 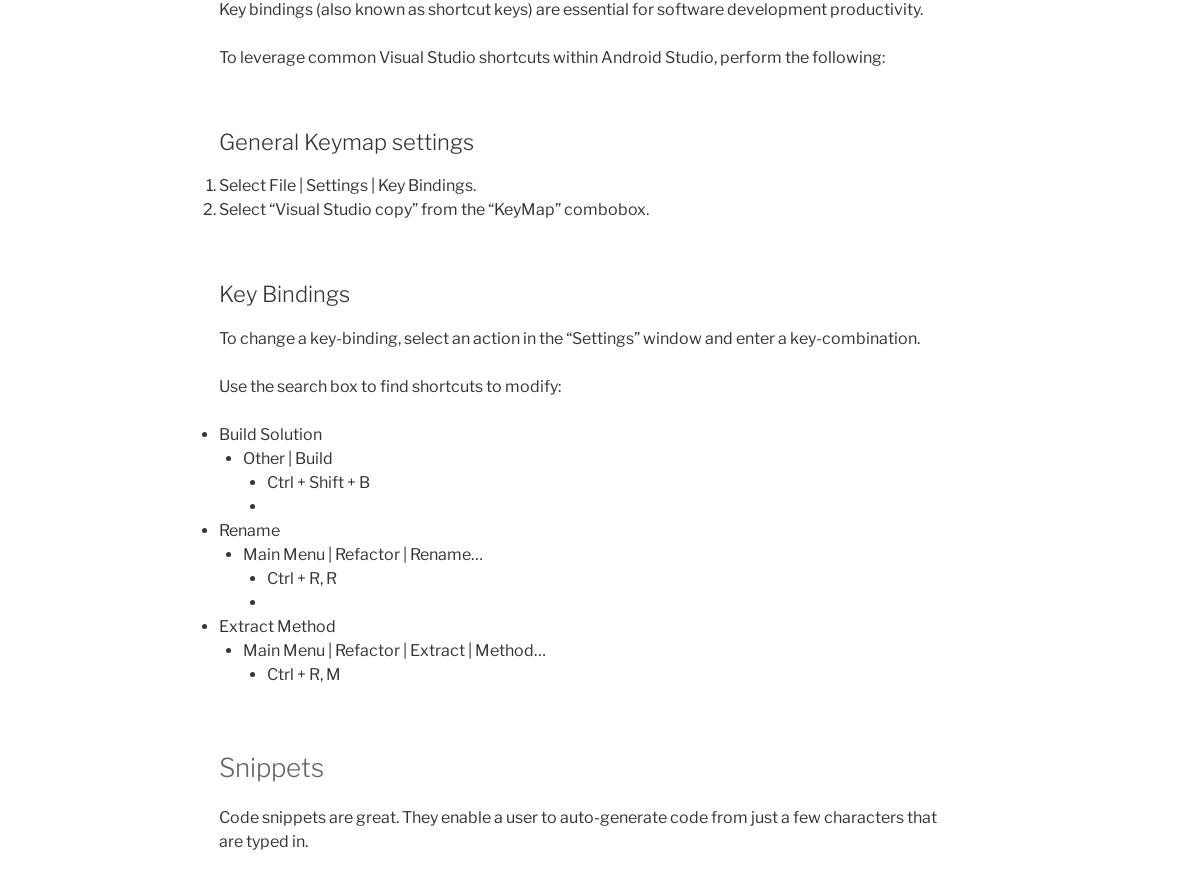 I want to click on 'Select “Visual Studio copy” from the “KeyMap” combobox.', so click(x=433, y=208).